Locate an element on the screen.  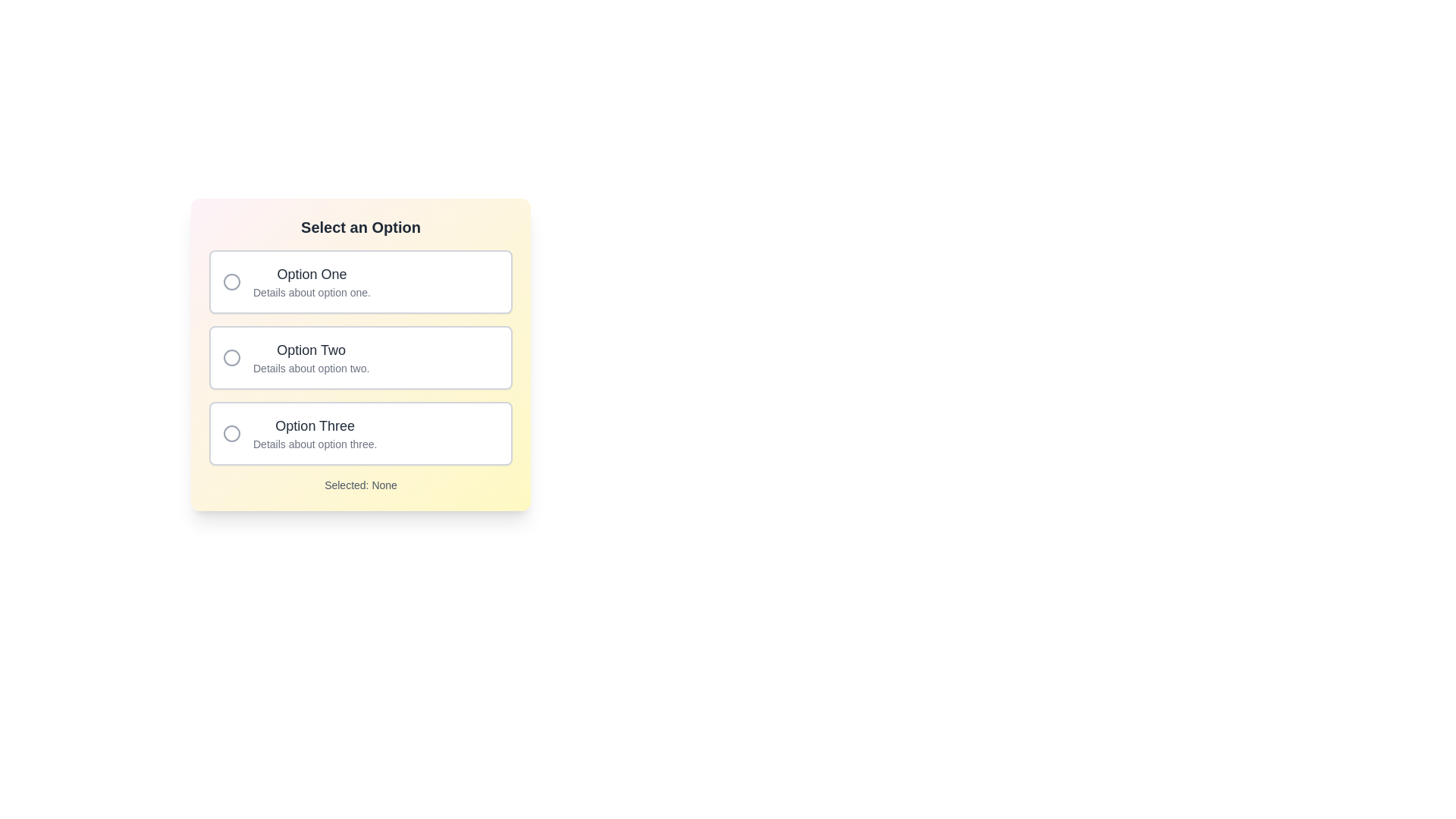
the radio button for 'Option Three', which is the third selectable option in the list is located at coordinates (359, 433).